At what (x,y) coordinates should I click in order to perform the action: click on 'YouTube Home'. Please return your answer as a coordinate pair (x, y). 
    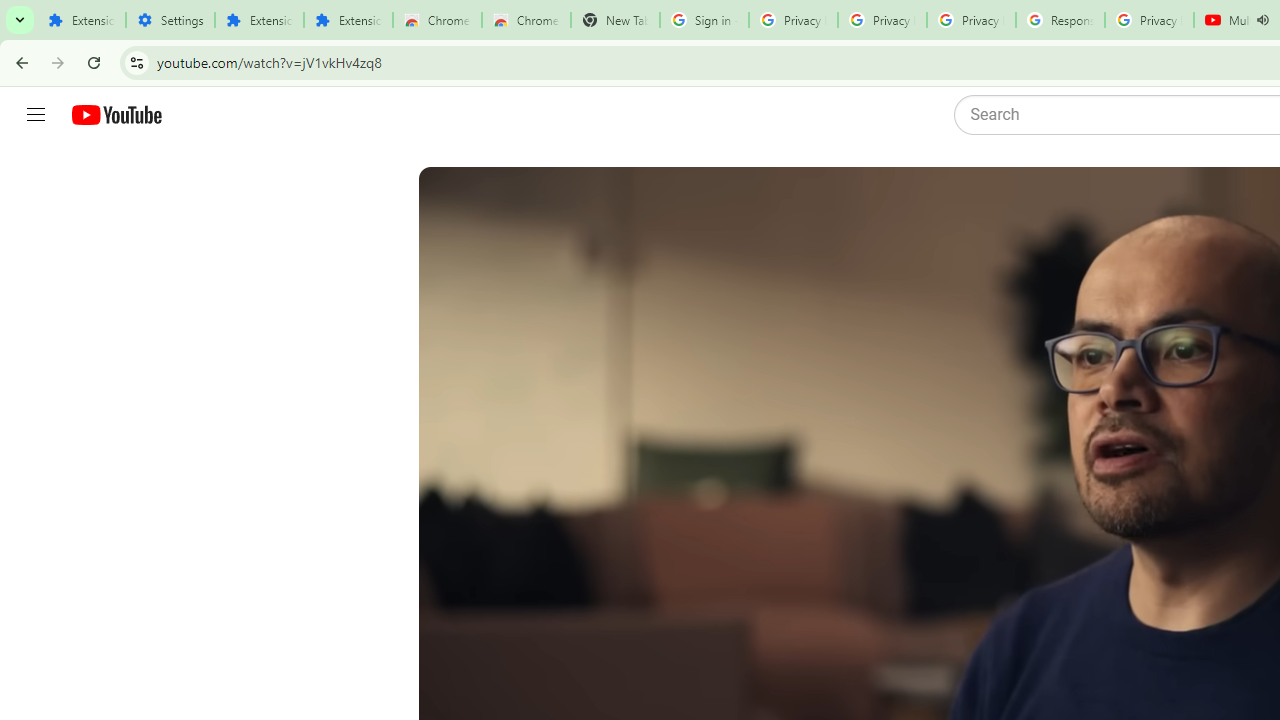
    Looking at the image, I should click on (115, 115).